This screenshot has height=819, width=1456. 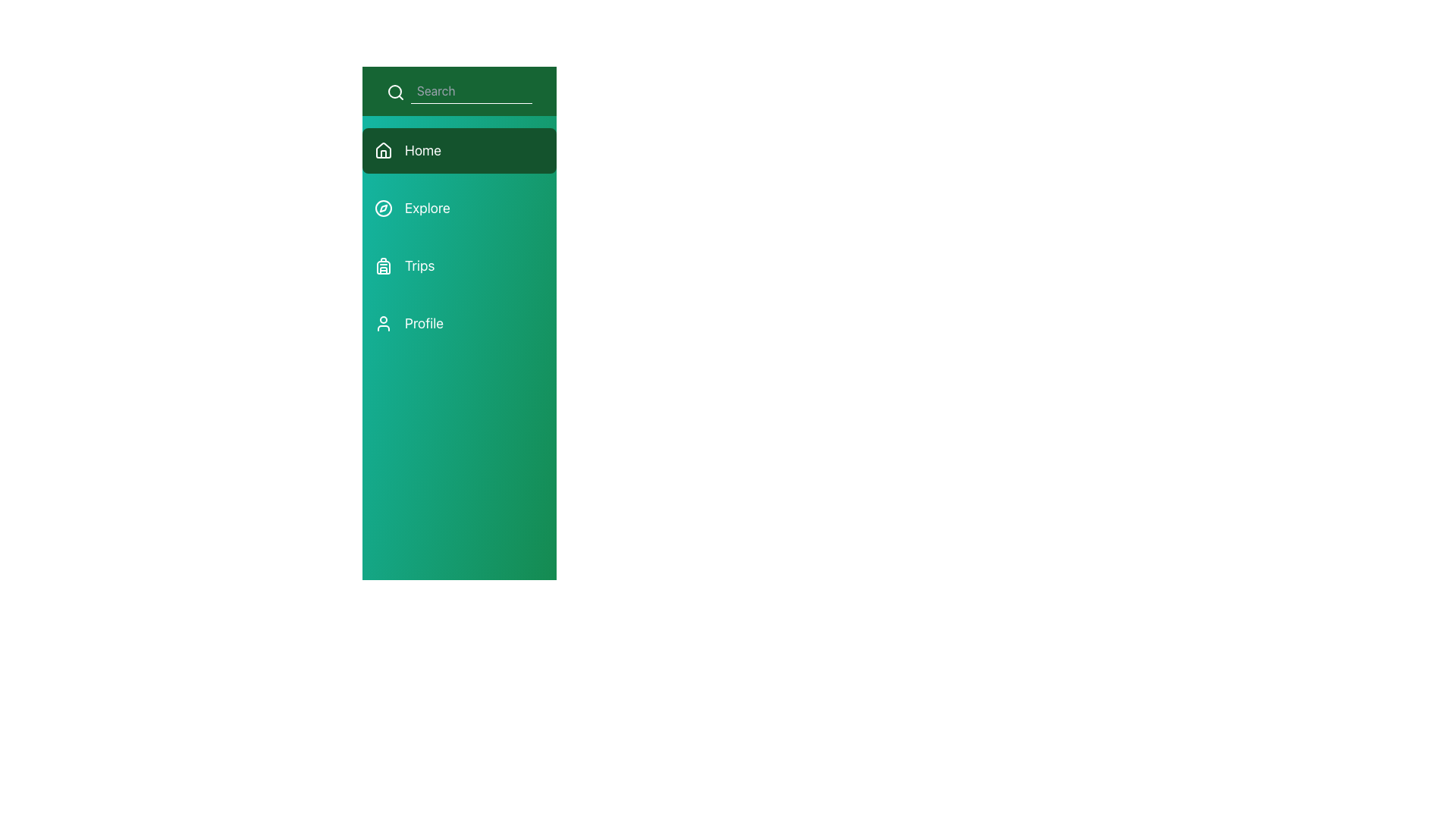 I want to click on the house-shaped icon located in the sidebar navigation menu, which is the first icon in the 'Home' button group, so click(x=383, y=151).